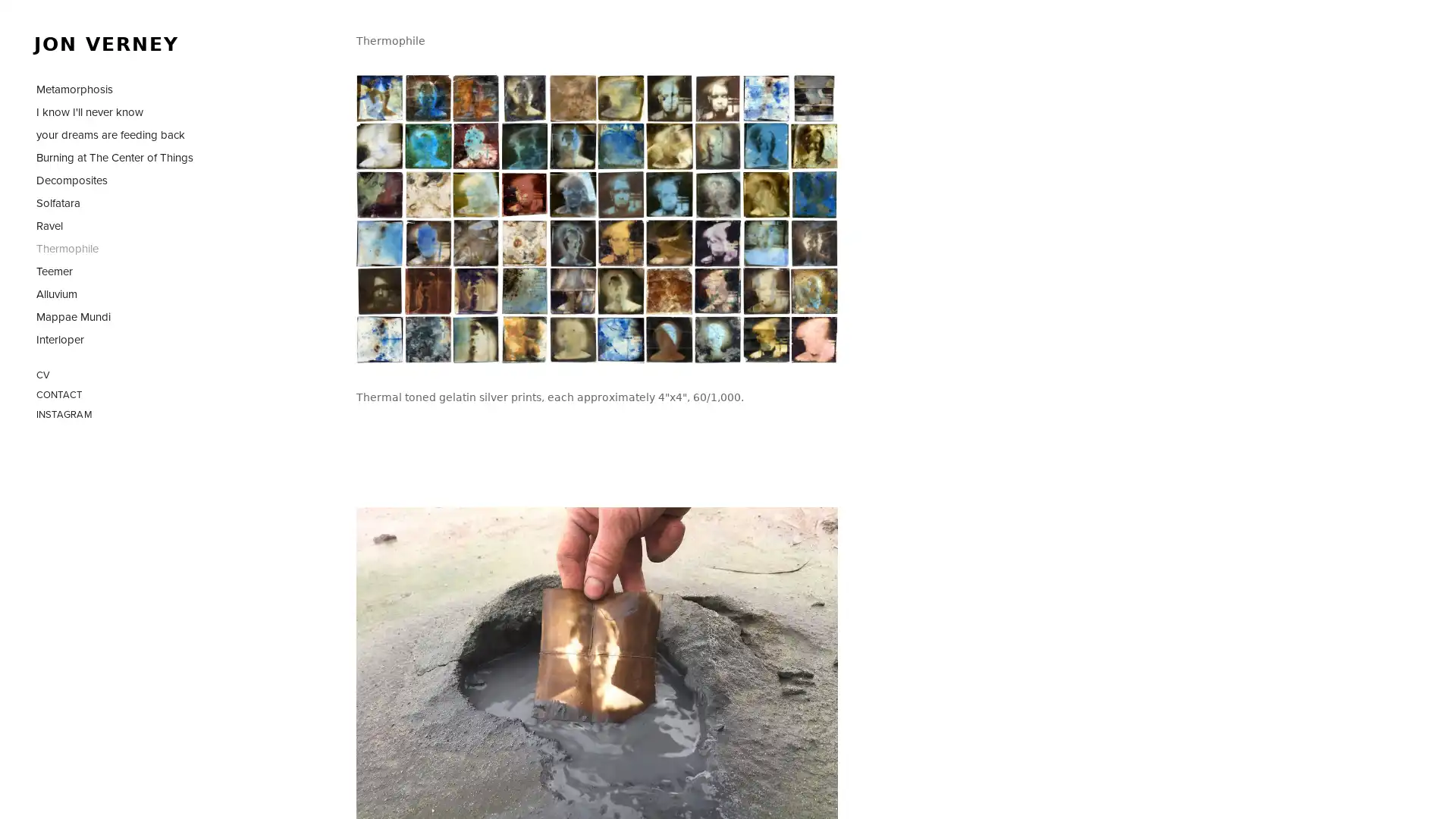  I want to click on View fullsize jon_verney_thermophile_15.jpg, so click(621, 97).